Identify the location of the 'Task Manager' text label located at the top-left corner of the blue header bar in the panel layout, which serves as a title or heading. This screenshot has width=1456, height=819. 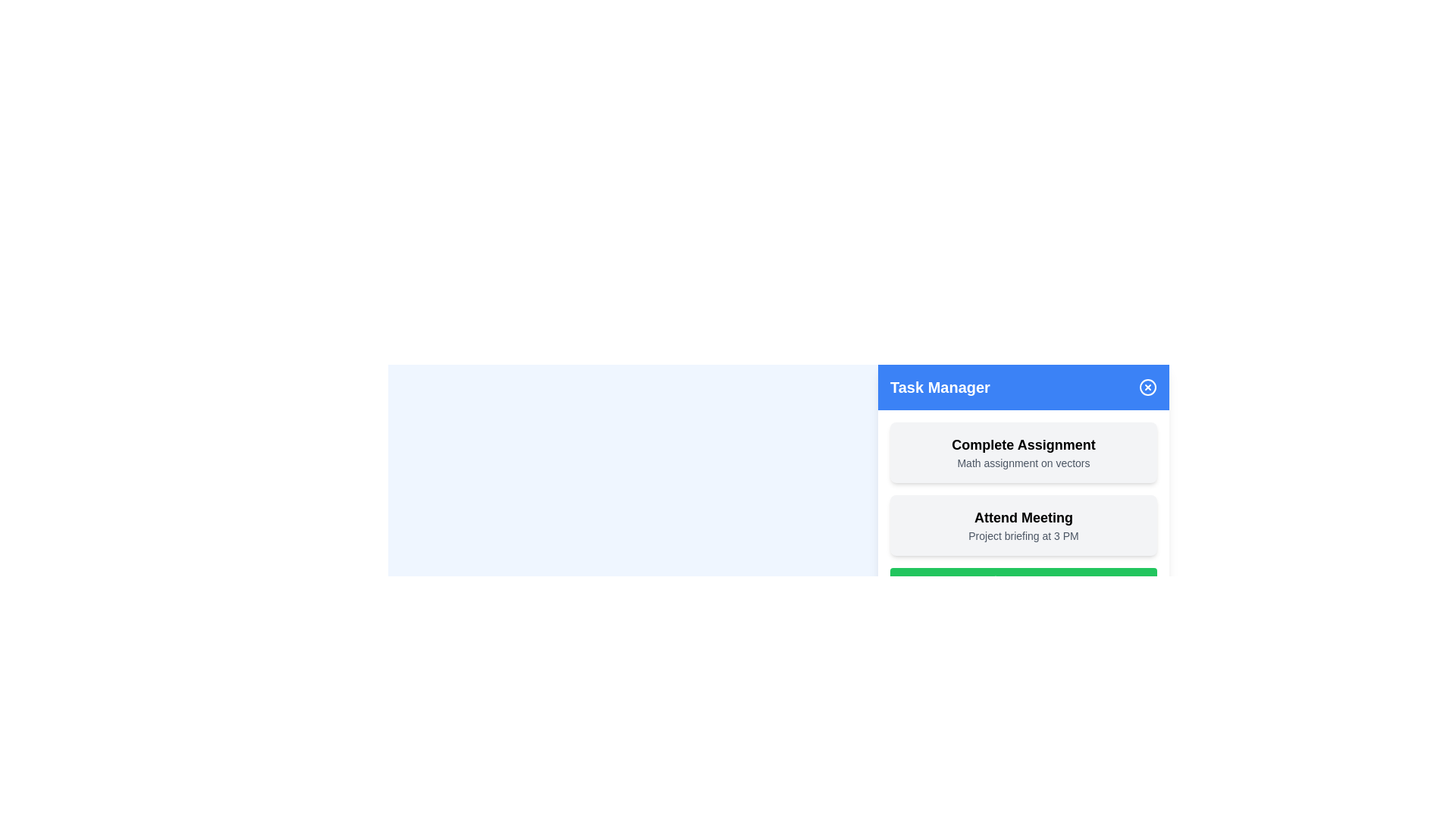
(939, 386).